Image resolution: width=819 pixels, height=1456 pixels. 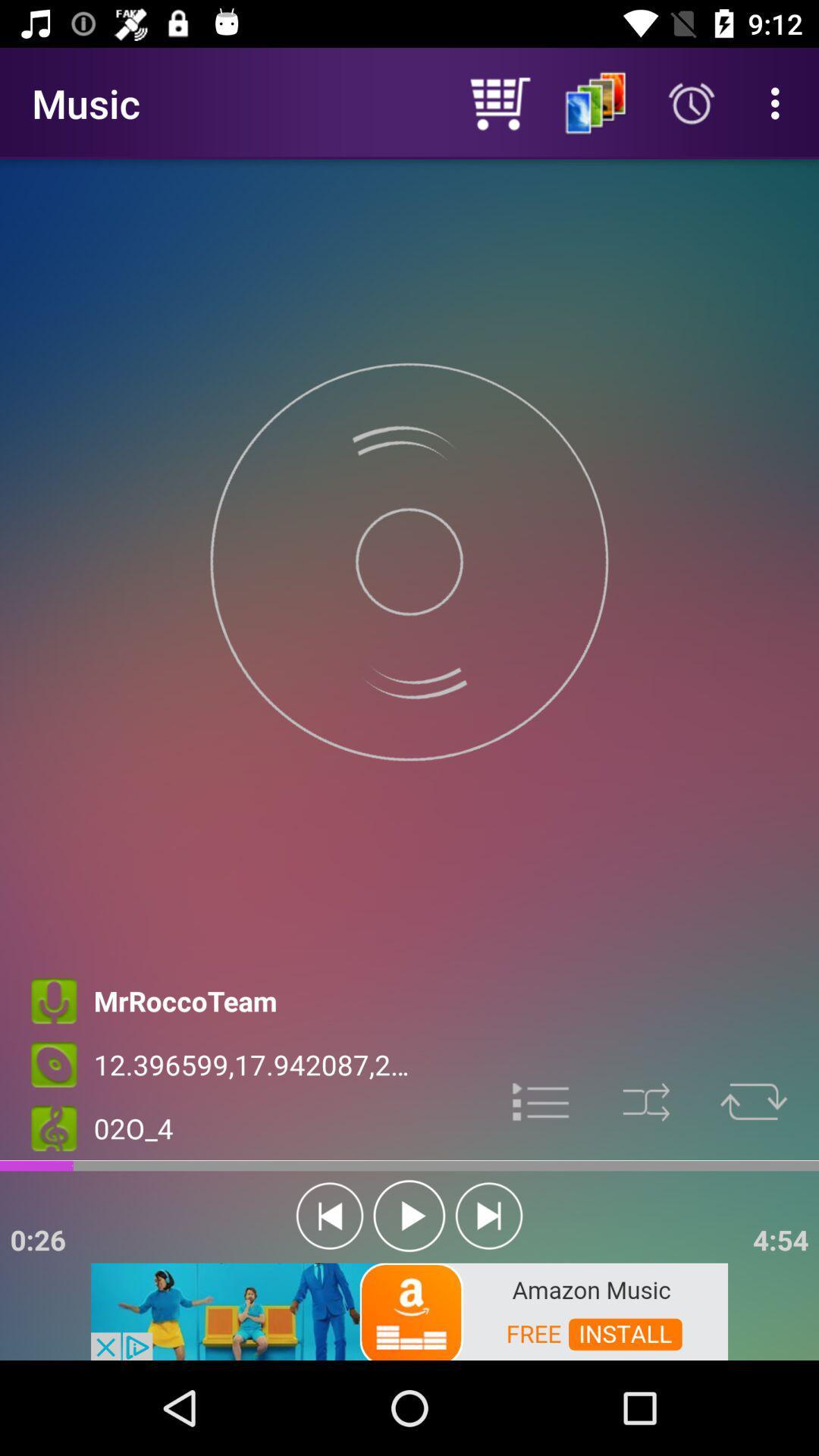 I want to click on play, so click(x=409, y=1216).